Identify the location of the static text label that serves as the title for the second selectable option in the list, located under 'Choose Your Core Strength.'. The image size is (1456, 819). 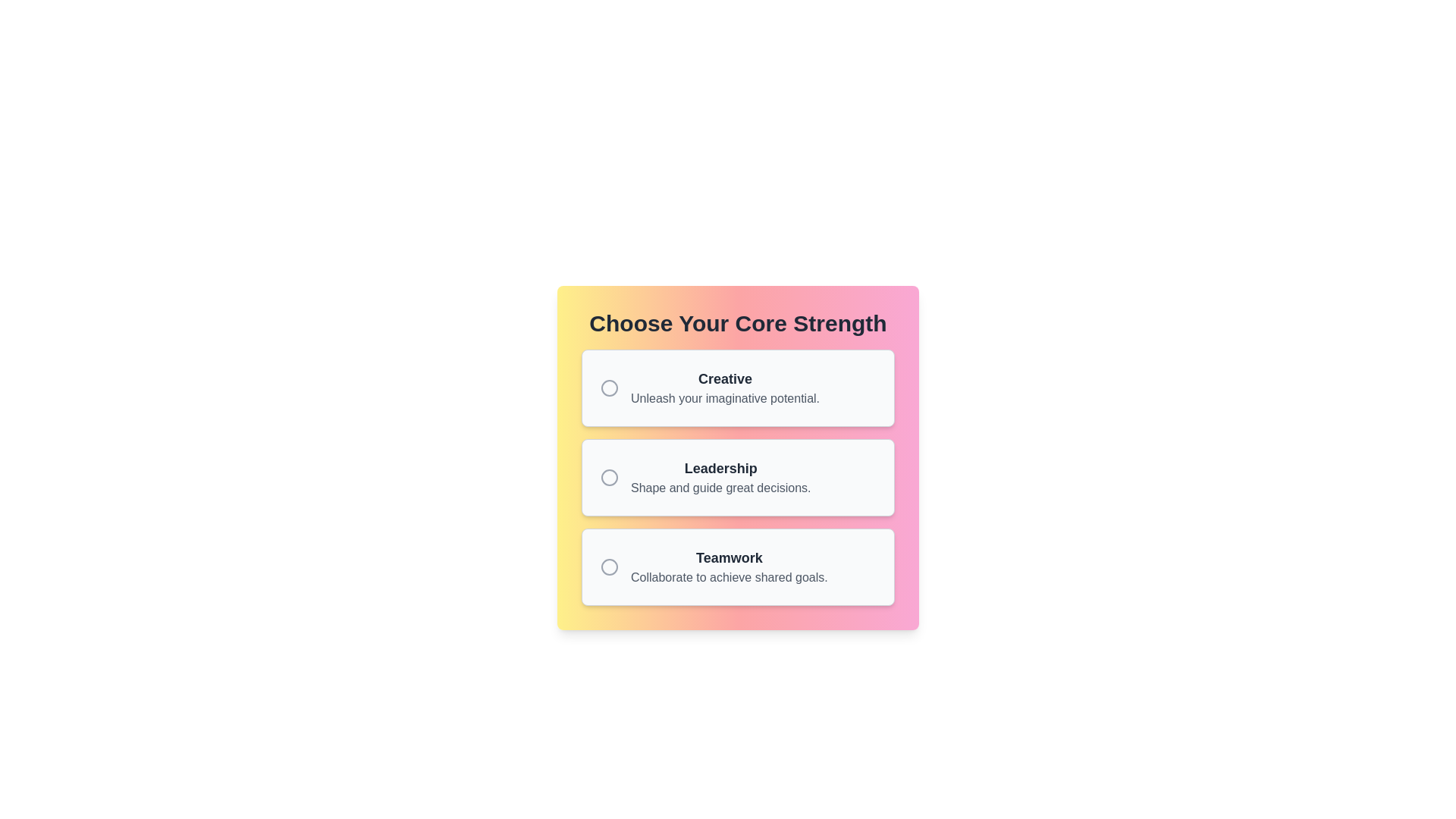
(720, 467).